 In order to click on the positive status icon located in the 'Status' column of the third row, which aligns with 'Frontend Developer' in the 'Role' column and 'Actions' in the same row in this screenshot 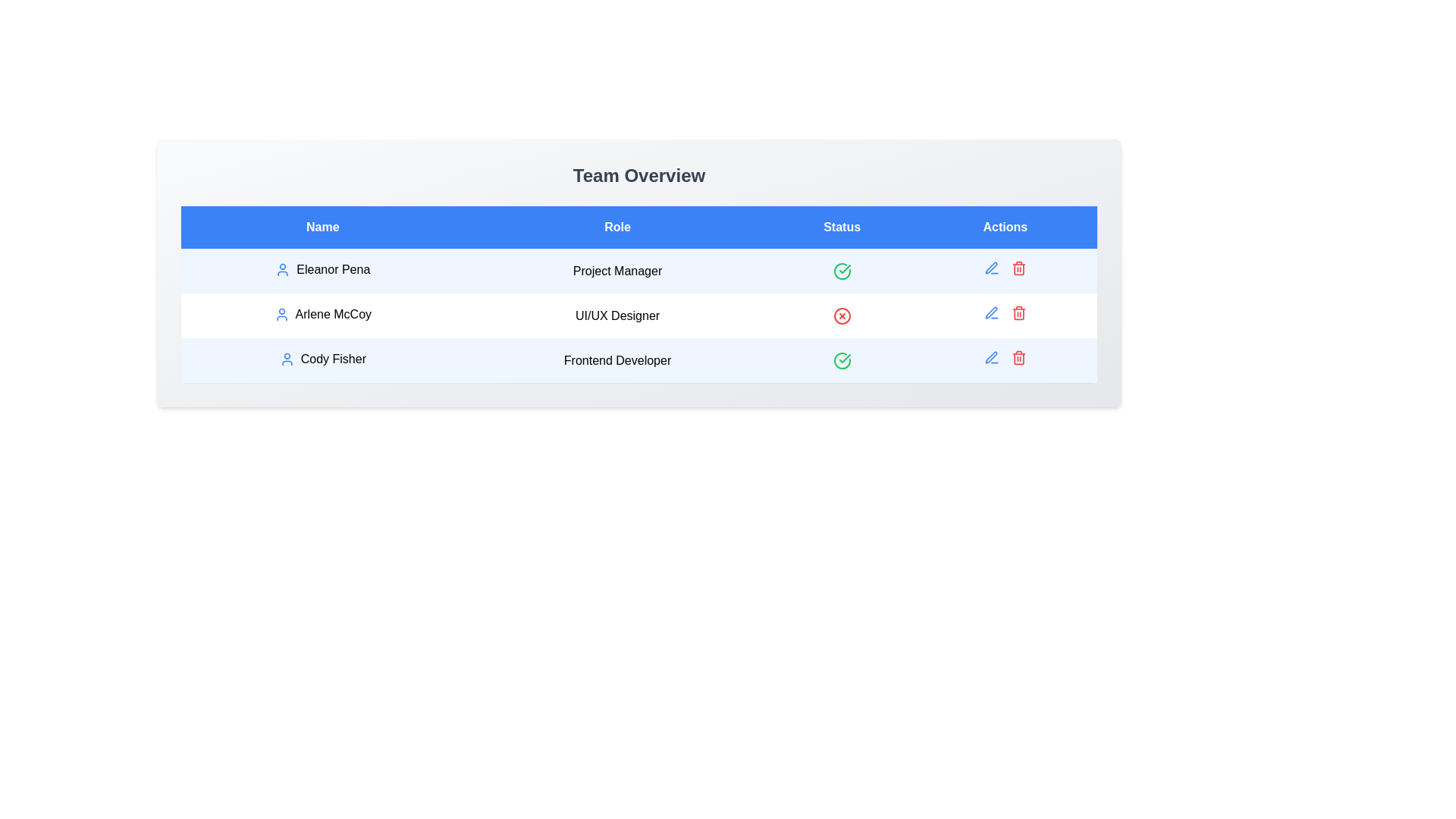, I will do `click(841, 360)`.